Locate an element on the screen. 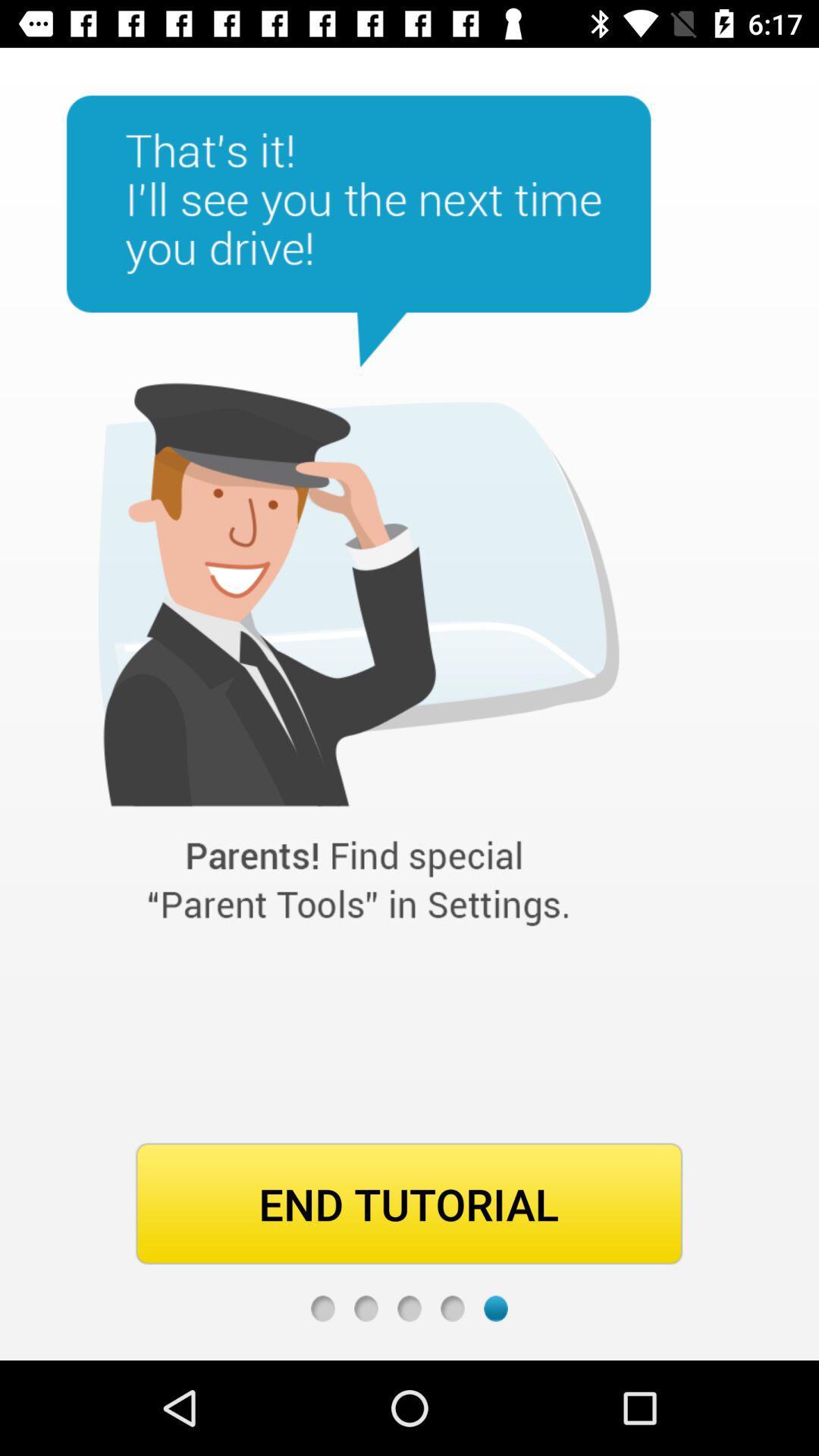 The height and width of the screenshot is (1456, 819). last page marker is located at coordinates (496, 1307).